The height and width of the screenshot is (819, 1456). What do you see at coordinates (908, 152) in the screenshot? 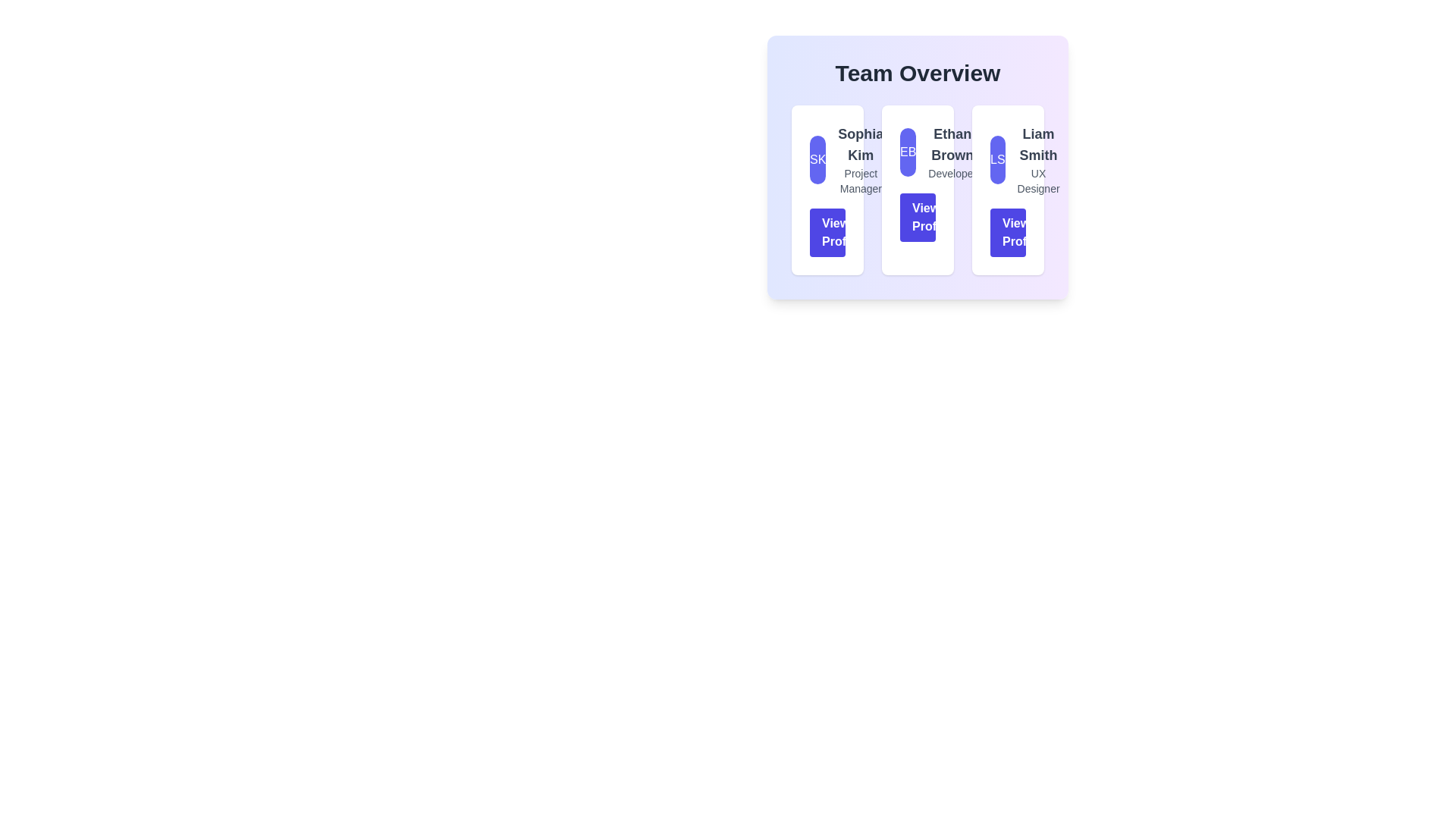
I see `the Avatar representing Ethan Brown, located in the second panel of the 'Team Overview' section, directly above the text 'Ethan Brown' and 'Developer', next to the 'View Profile' button` at bounding box center [908, 152].